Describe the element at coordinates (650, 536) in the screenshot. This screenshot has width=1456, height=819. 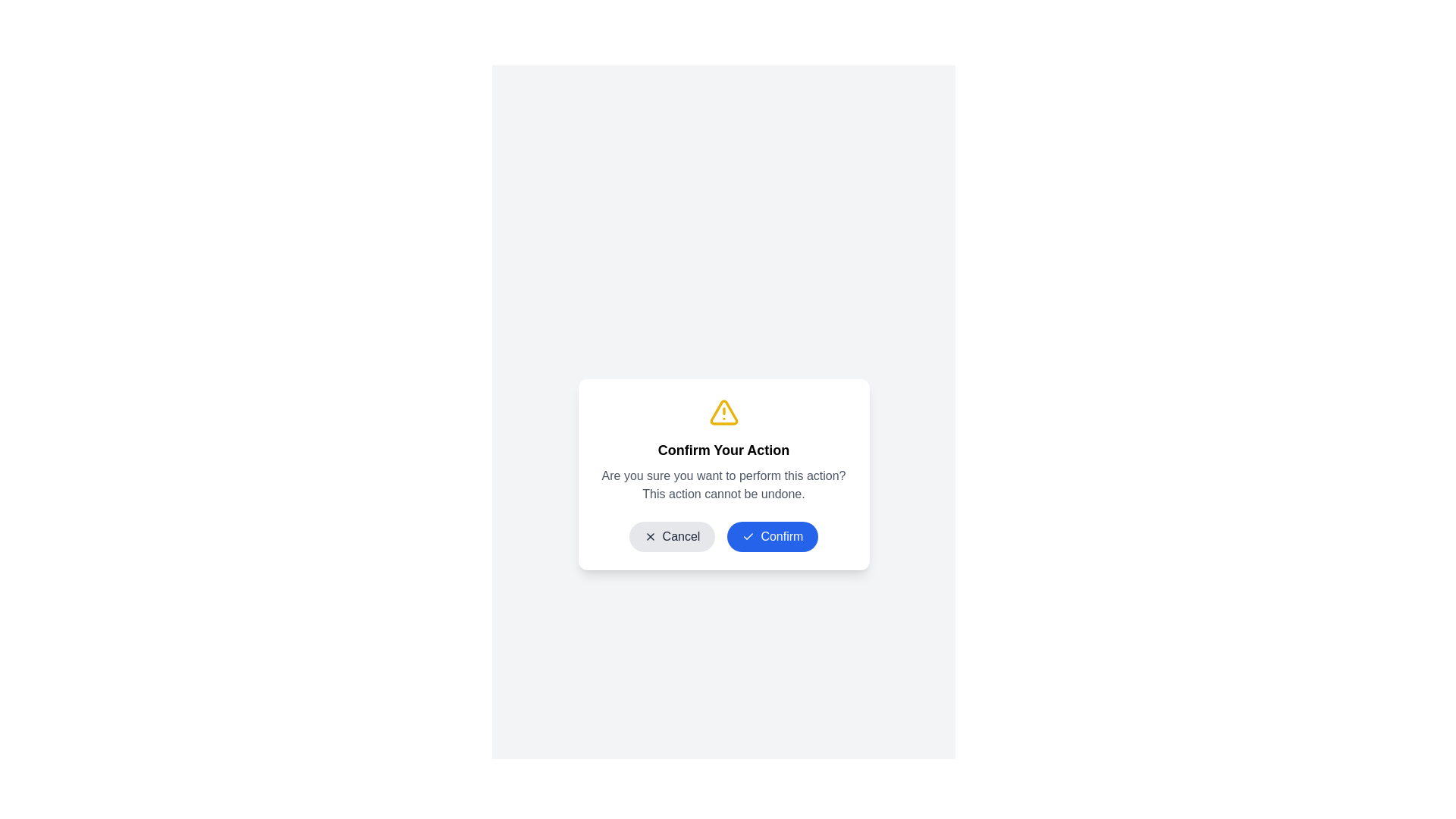
I see `the 'X' icon located to the left of the 'Cancel' button in the confirmation modal` at that location.